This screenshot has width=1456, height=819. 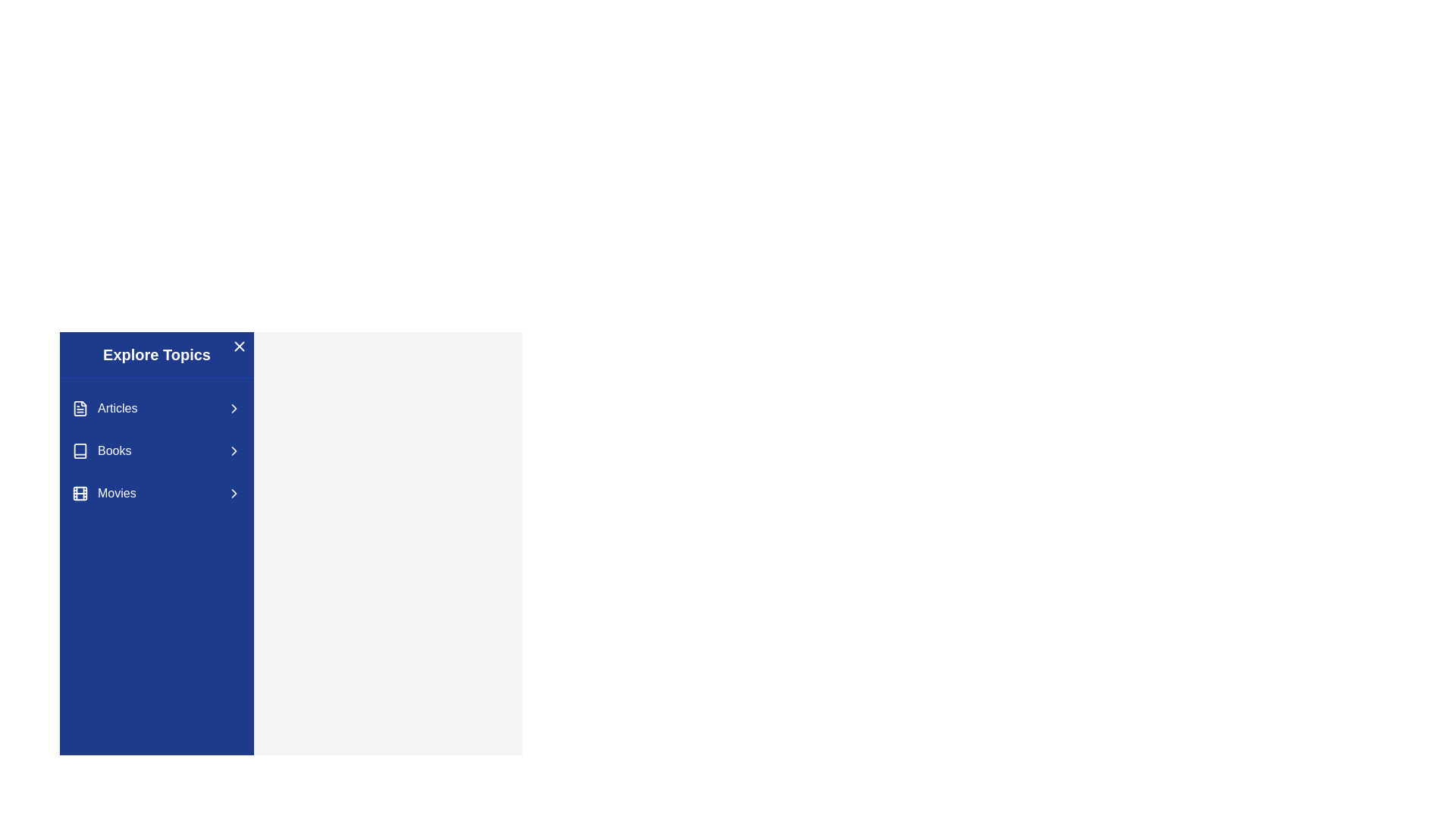 I want to click on the document icon with a blue background and white strokes, located next to the 'Articles' menu item in the left-side panel, so click(x=79, y=408).